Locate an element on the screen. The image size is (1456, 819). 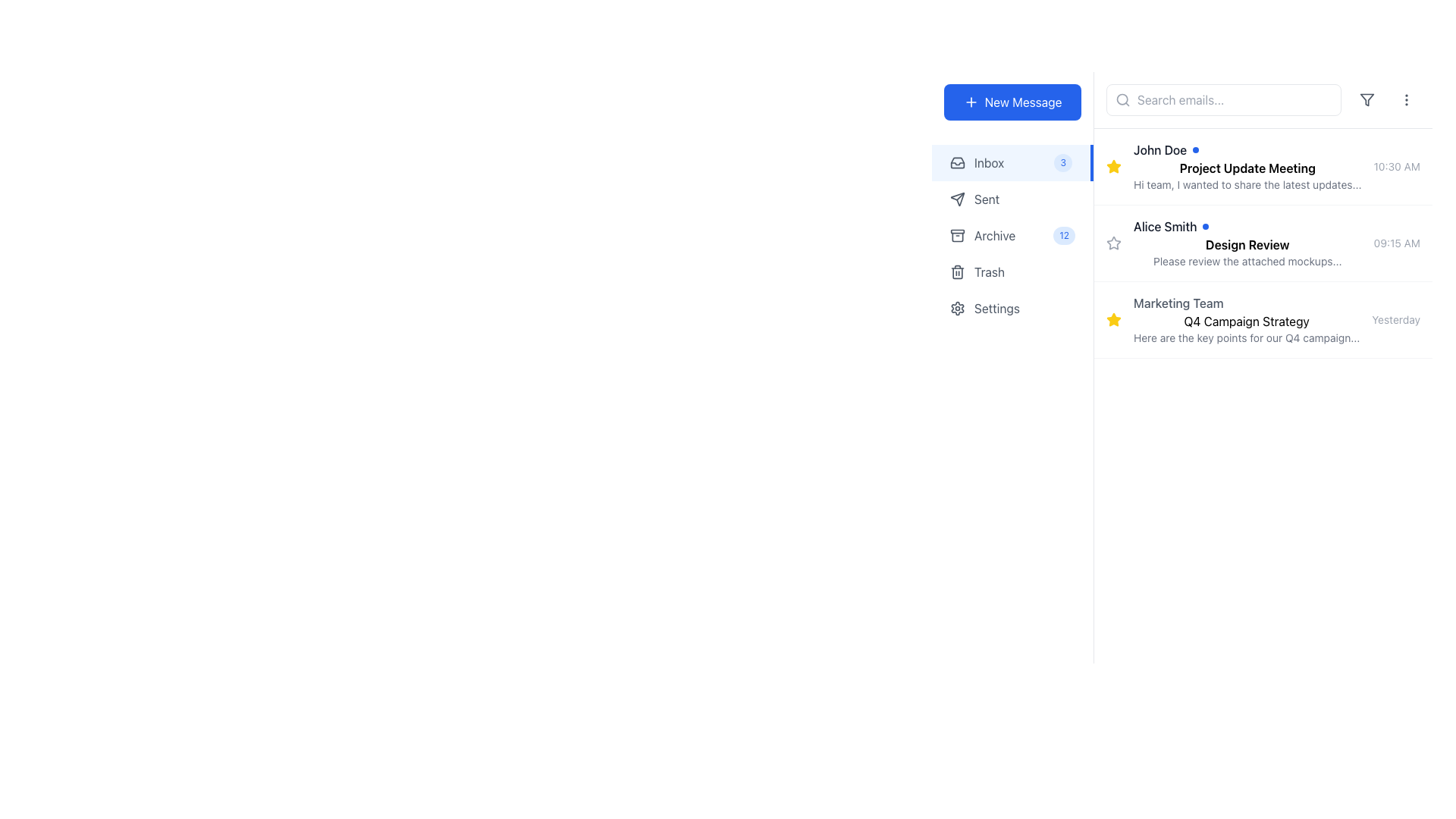
the text label displaying 'Design Review' located in the second email listing in the inbox view, positioned below 'Alice Smith' and above the email preview is located at coordinates (1247, 244).